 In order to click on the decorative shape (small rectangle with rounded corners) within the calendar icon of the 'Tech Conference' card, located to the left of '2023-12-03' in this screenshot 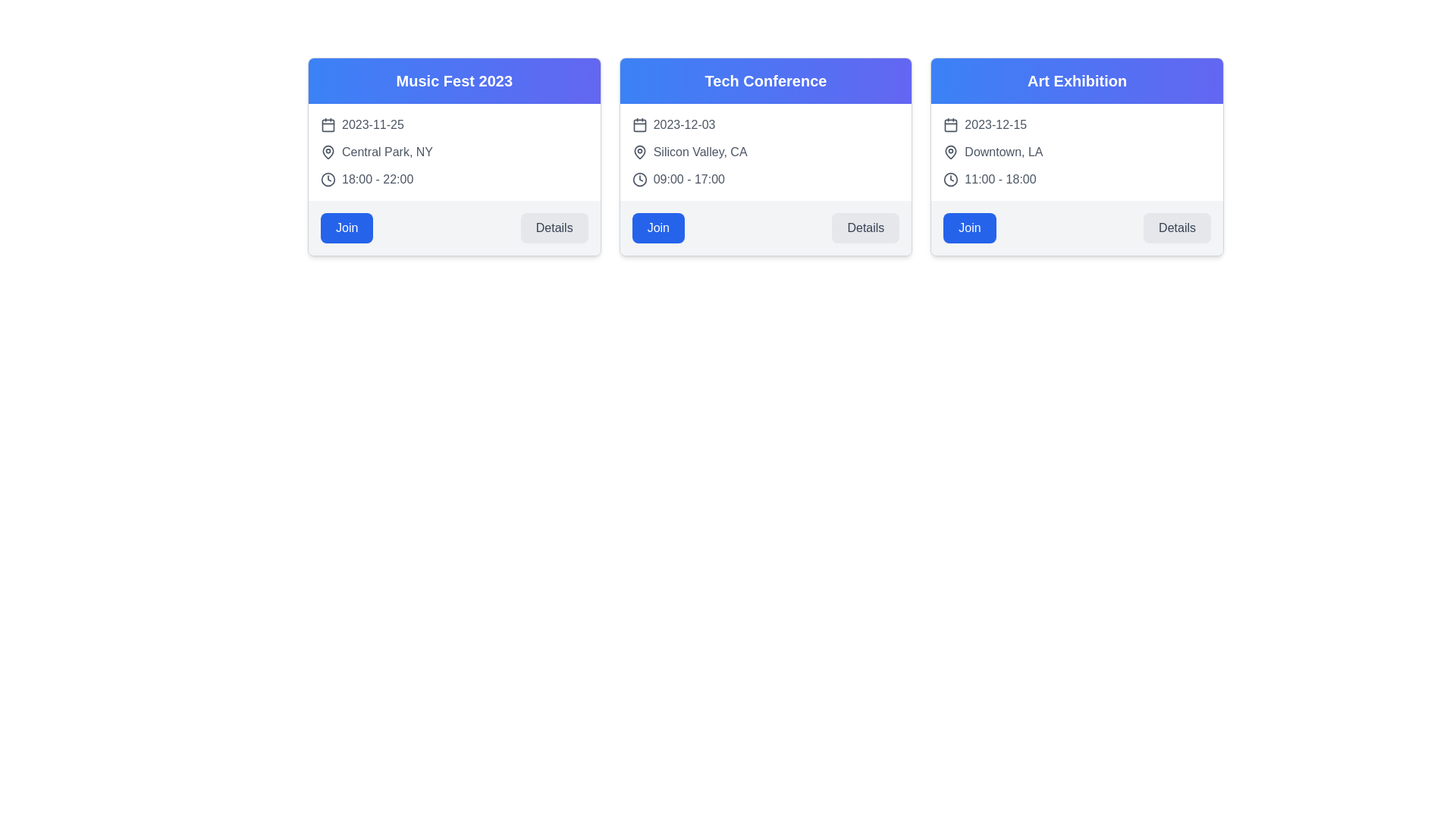, I will do `click(639, 124)`.